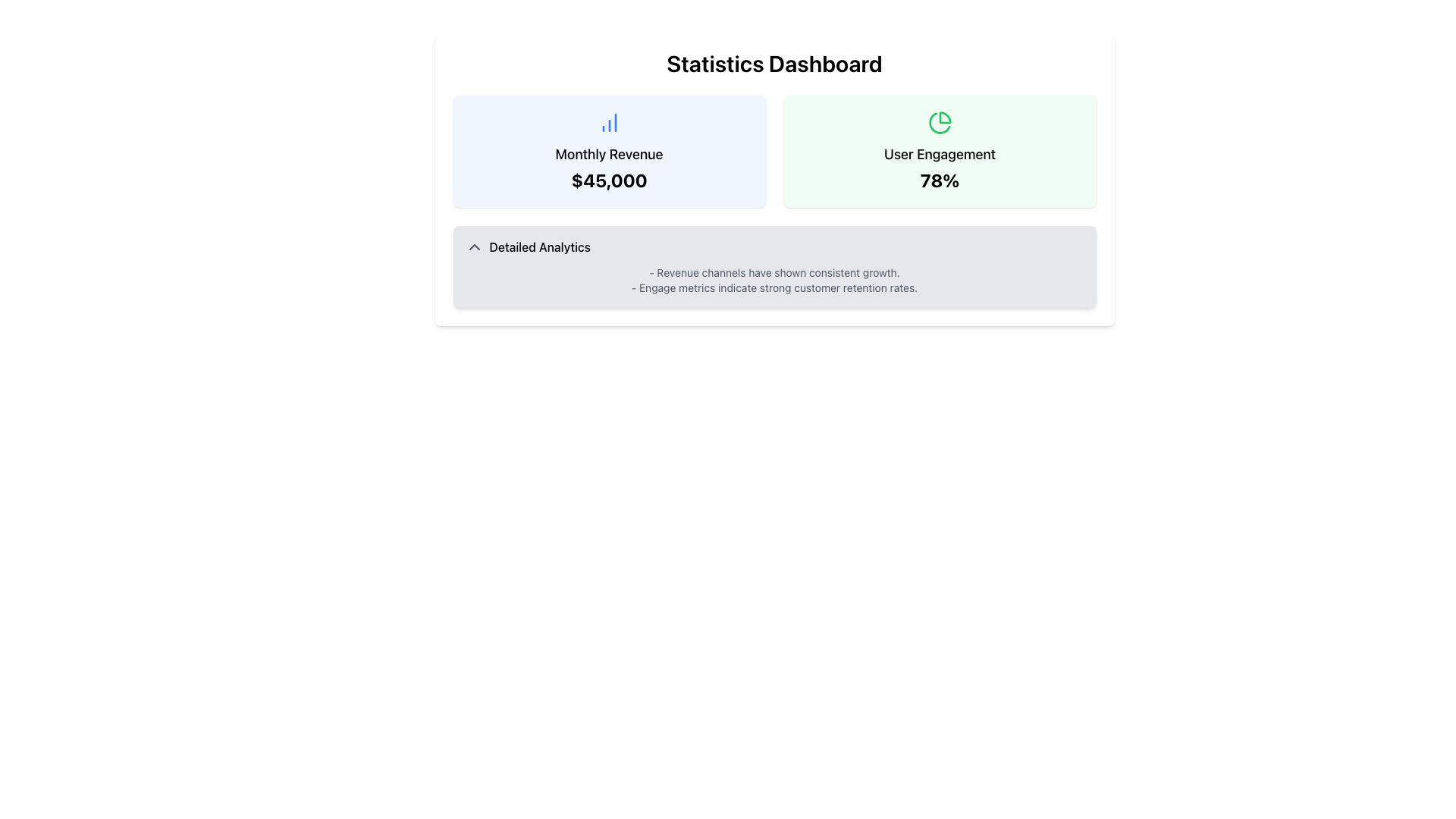  Describe the element at coordinates (774, 288) in the screenshot. I see `the text element displaying '- Engage metrics indicate strong customer retention rates.' which is the second item in the 'Detailed Analytics' section` at that location.